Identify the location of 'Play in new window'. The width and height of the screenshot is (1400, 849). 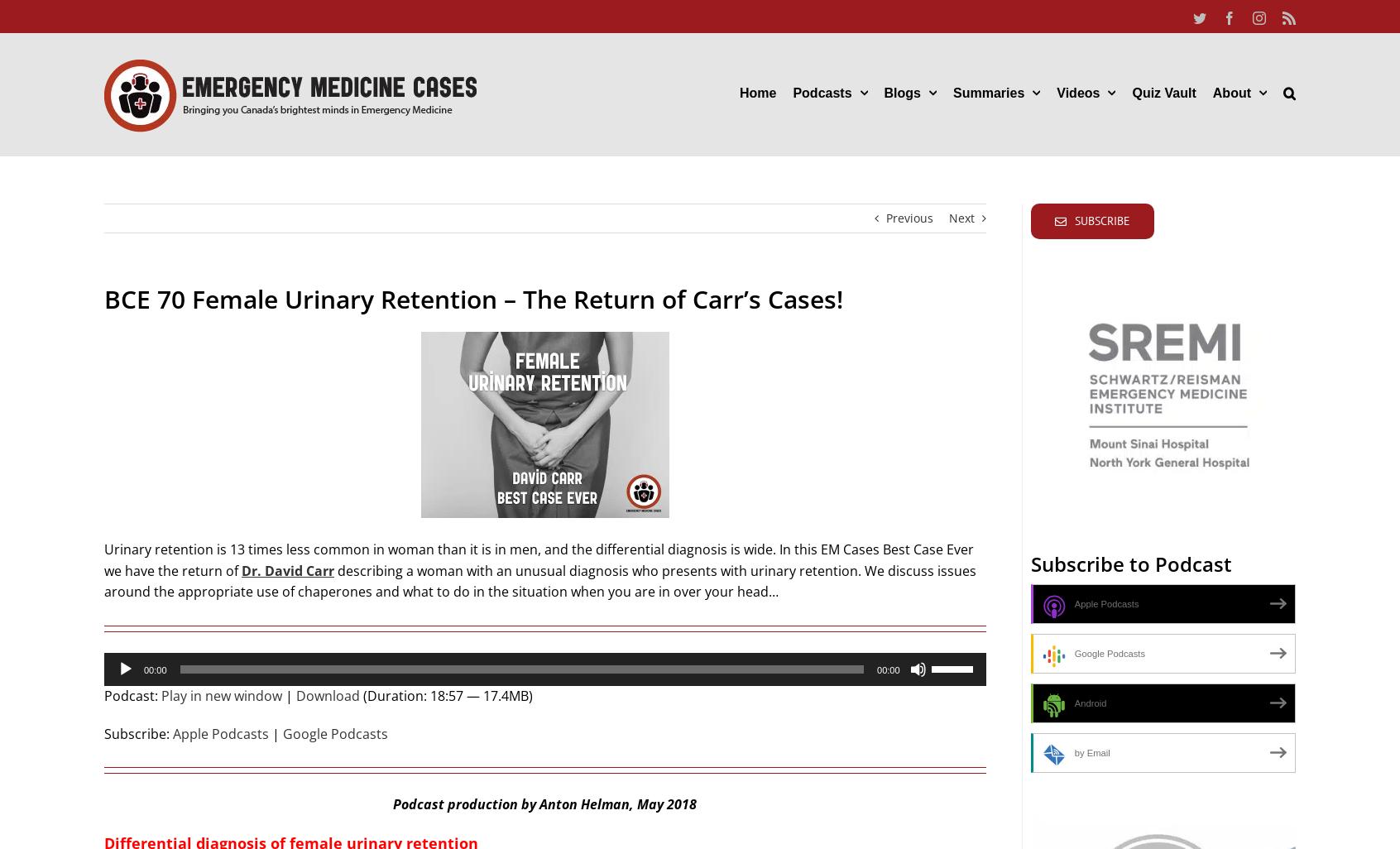
(222, 696).